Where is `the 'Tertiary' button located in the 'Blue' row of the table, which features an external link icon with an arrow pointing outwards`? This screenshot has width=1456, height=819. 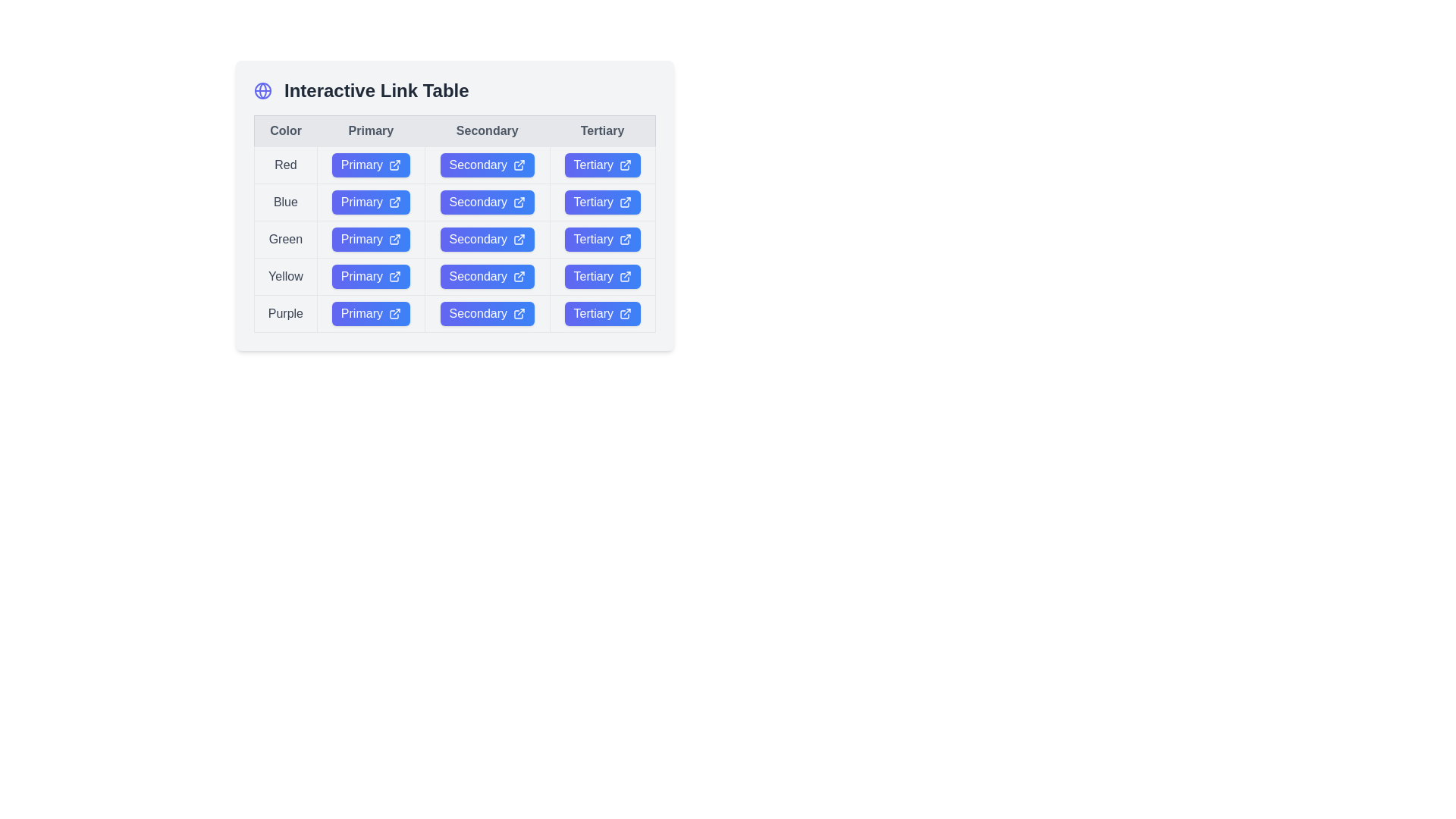 the 'Tertiary' button located in the 'Blue' row of the table, which features an external link icon with an arrow pointing outwards is located at coordinates (626, 201).